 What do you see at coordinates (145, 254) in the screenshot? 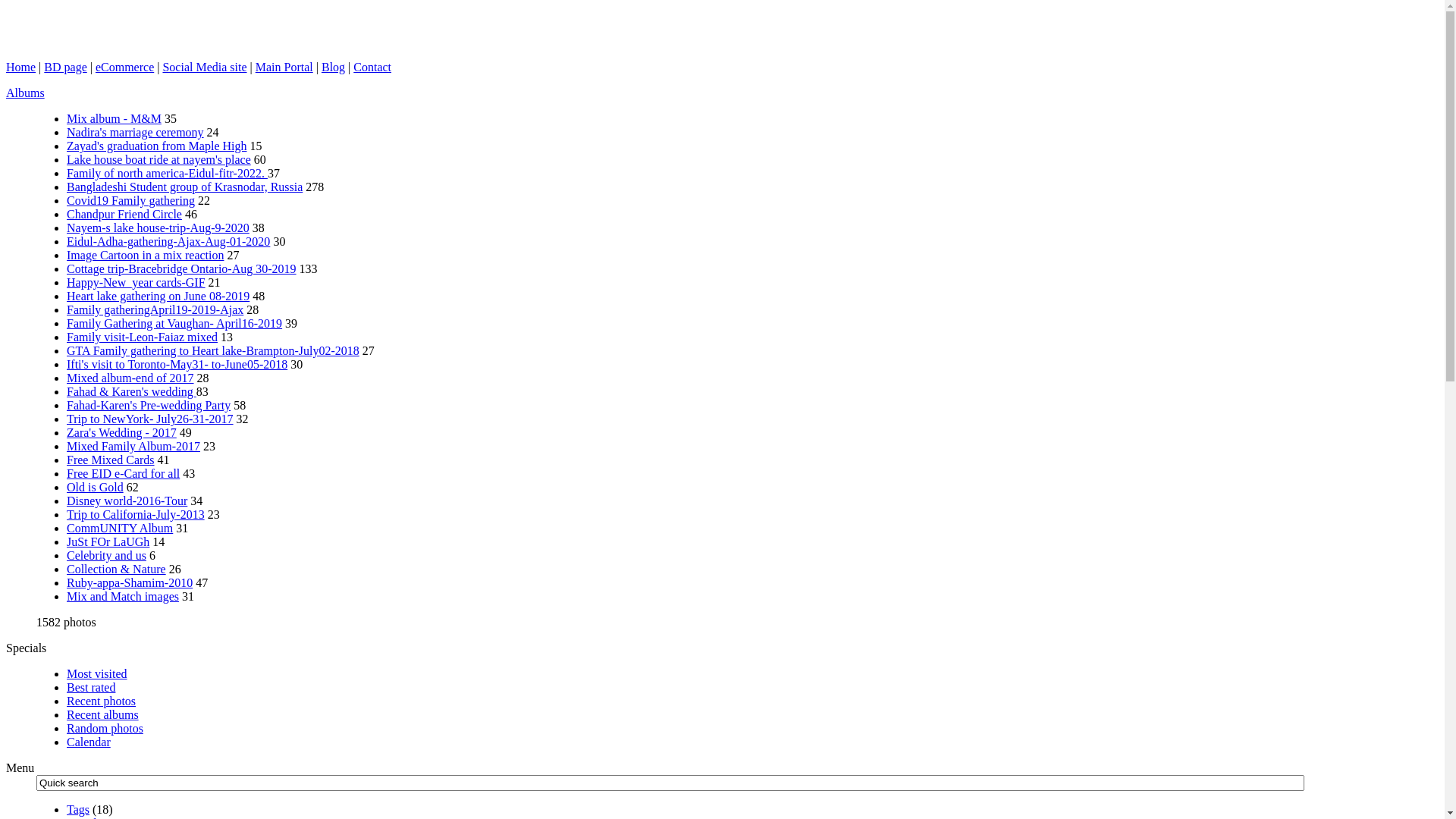
I see `'Image Cartoon in a mix reaction'` at bounding box center [145, 254].